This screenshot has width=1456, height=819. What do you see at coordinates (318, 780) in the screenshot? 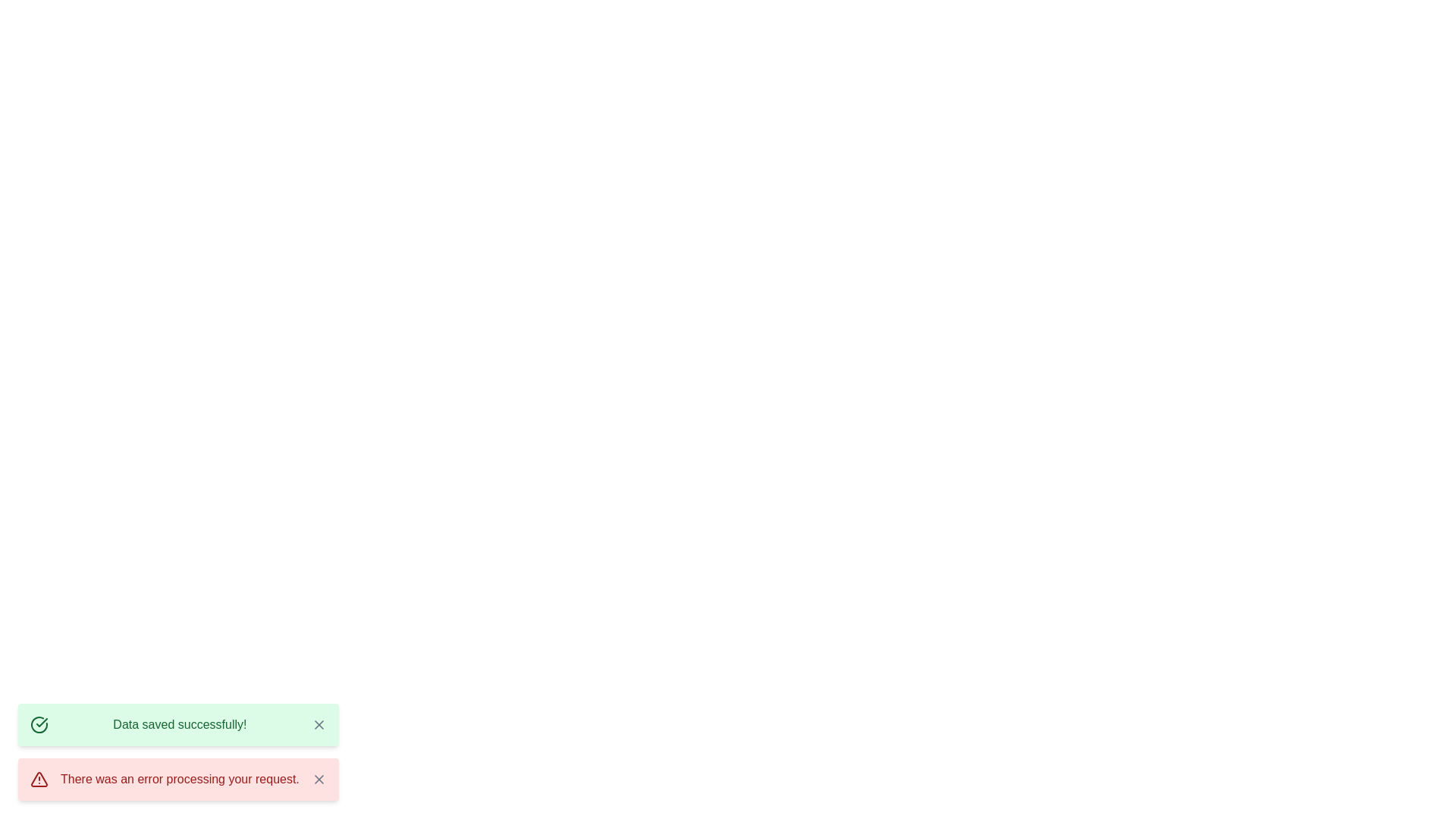
I see `the close button of the notification with message 'There was an error processing your request.'` at bounding box center [318, 780].